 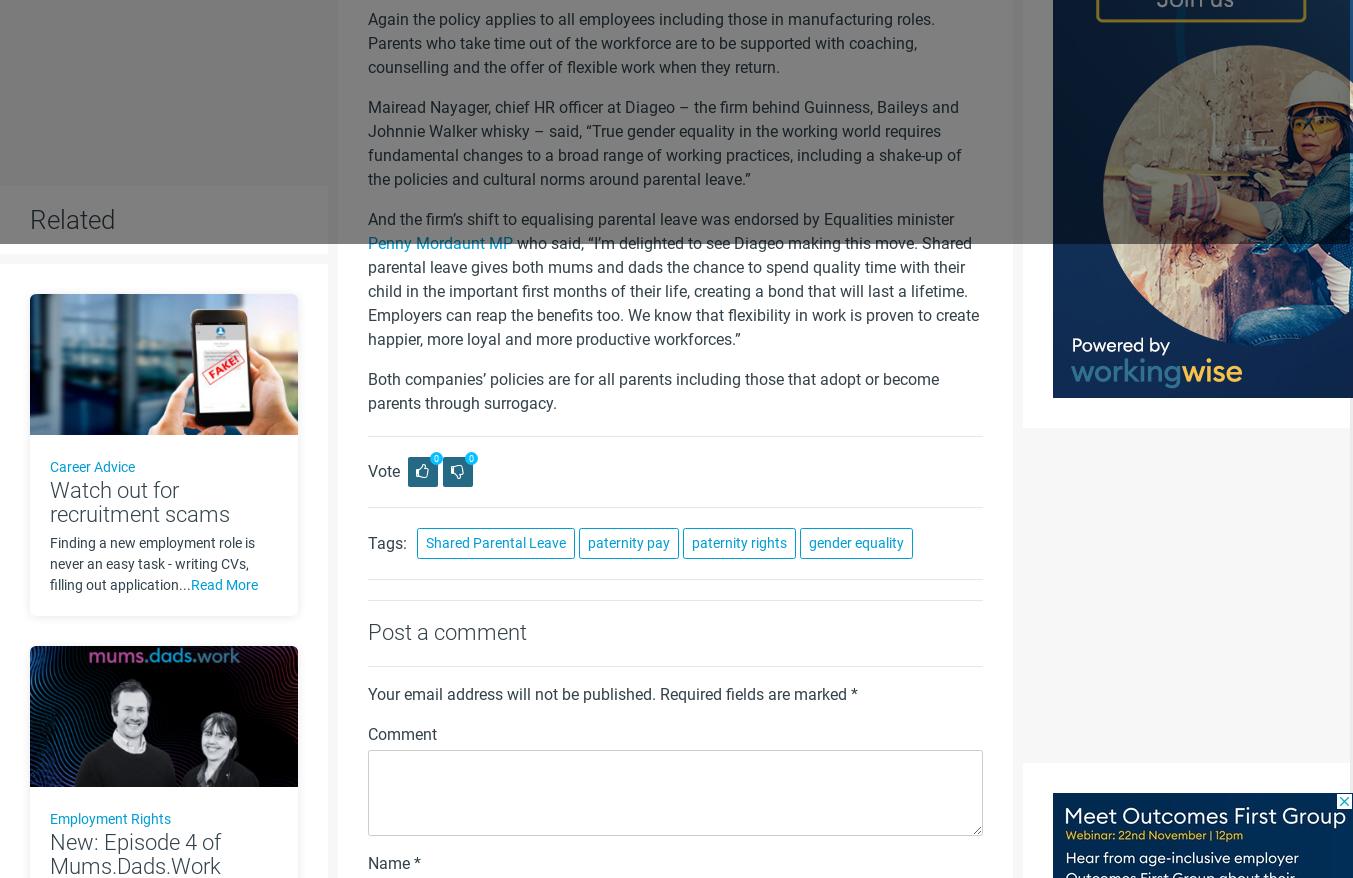 What do you see at coordinates (92, 465) in the screenshot?
I see `'Career Advice'` at bounding box center [92, 465].